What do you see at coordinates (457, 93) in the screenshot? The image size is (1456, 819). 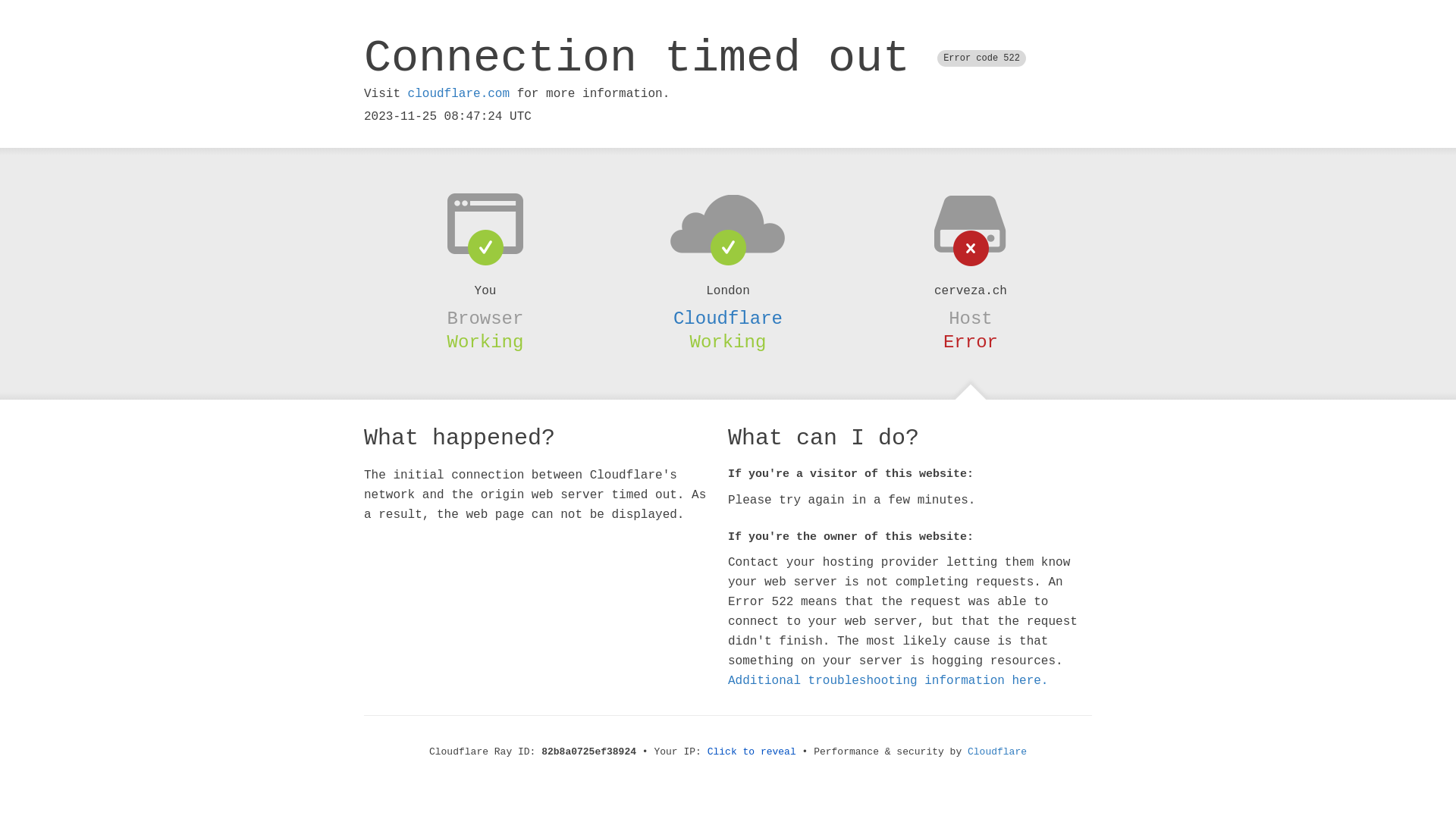 I see `'cloudflare.com'` at bounding box center [457, 93].